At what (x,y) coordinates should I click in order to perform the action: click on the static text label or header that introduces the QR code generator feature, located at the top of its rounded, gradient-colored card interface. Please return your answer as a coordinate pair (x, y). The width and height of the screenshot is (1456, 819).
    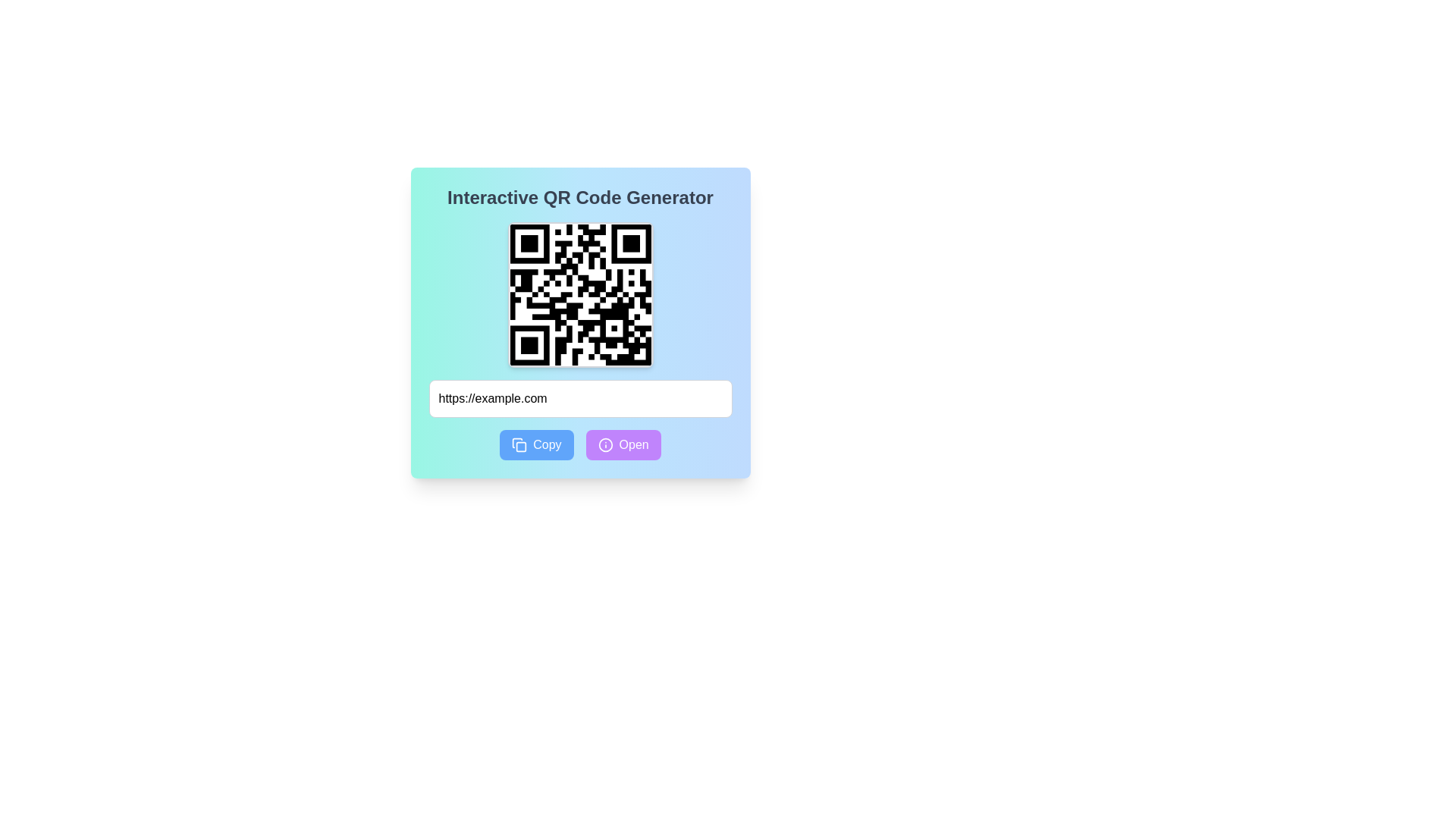
    Looking at the image, I should click on (579, 197).